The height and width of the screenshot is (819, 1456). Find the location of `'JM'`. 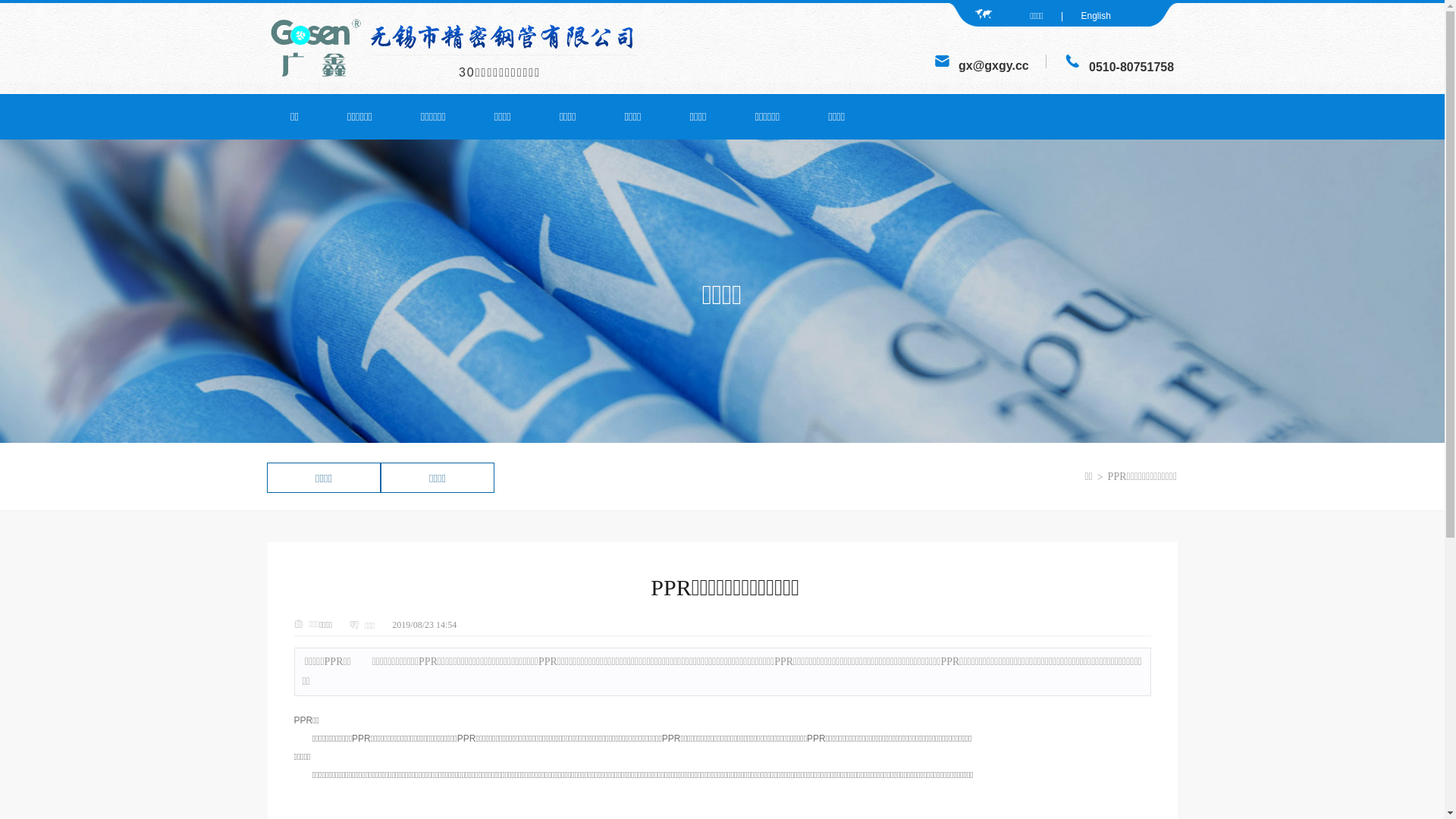

'JM' is located at coordinates (1072, 60).